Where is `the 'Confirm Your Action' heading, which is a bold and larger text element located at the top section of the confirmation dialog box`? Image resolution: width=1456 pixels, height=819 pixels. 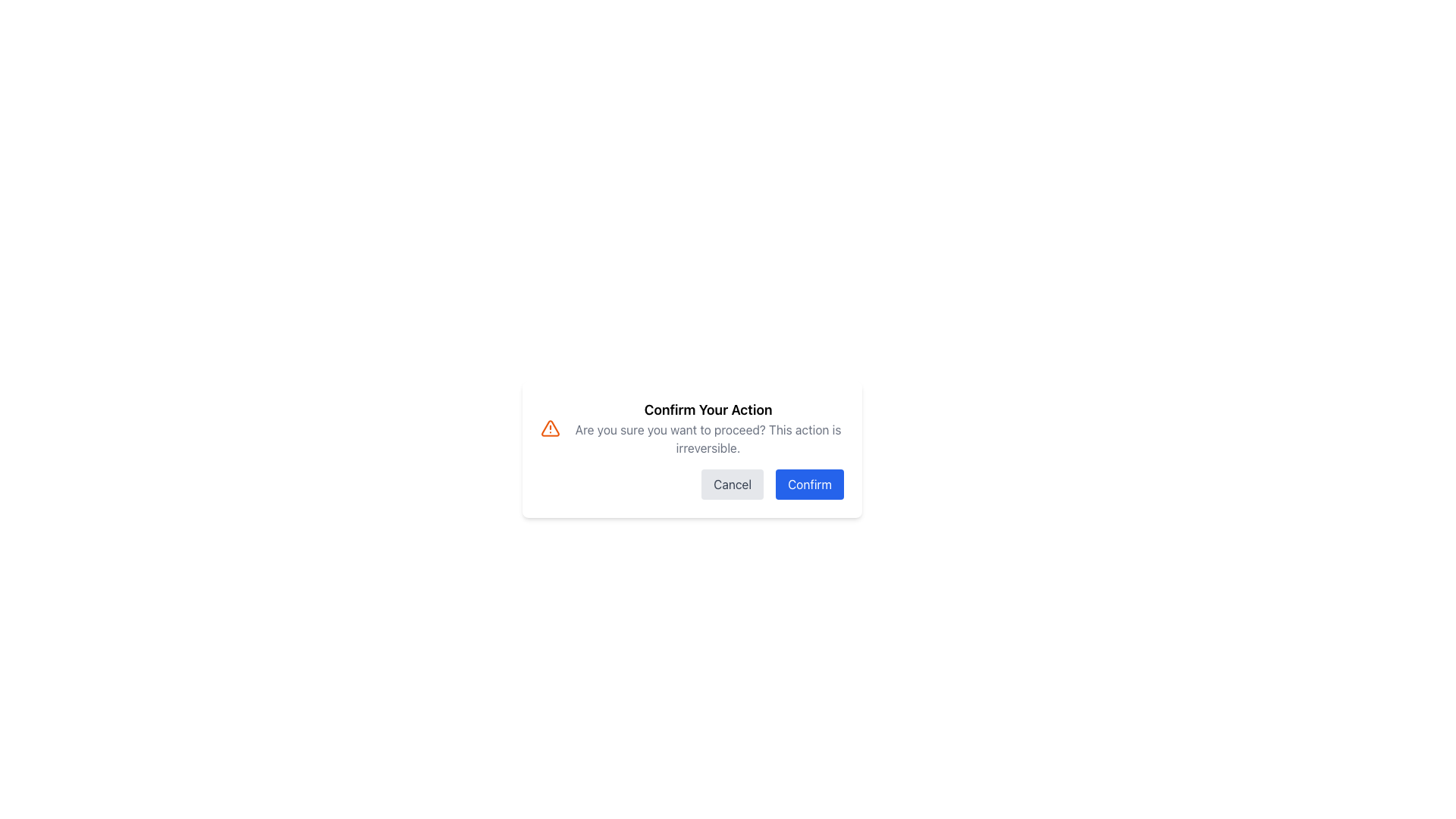
the 'Confirm Your Action' heading, which is a bold and larger text element located at the top section of the confirmation dialog box is located at coordinates (708, 409).